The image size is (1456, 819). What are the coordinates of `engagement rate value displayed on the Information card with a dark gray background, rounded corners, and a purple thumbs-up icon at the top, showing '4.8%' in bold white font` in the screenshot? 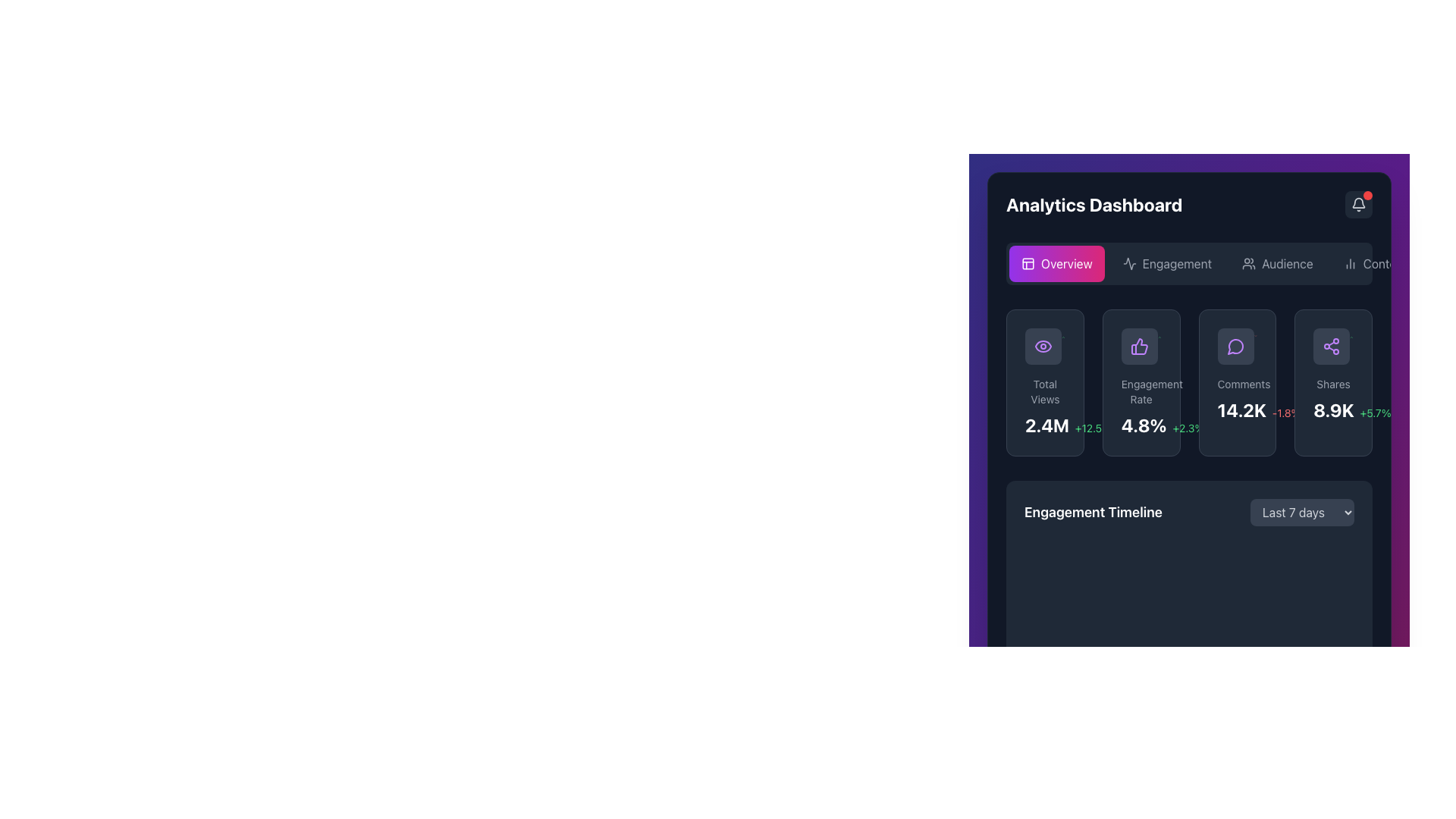 It's located at (1141, 382).